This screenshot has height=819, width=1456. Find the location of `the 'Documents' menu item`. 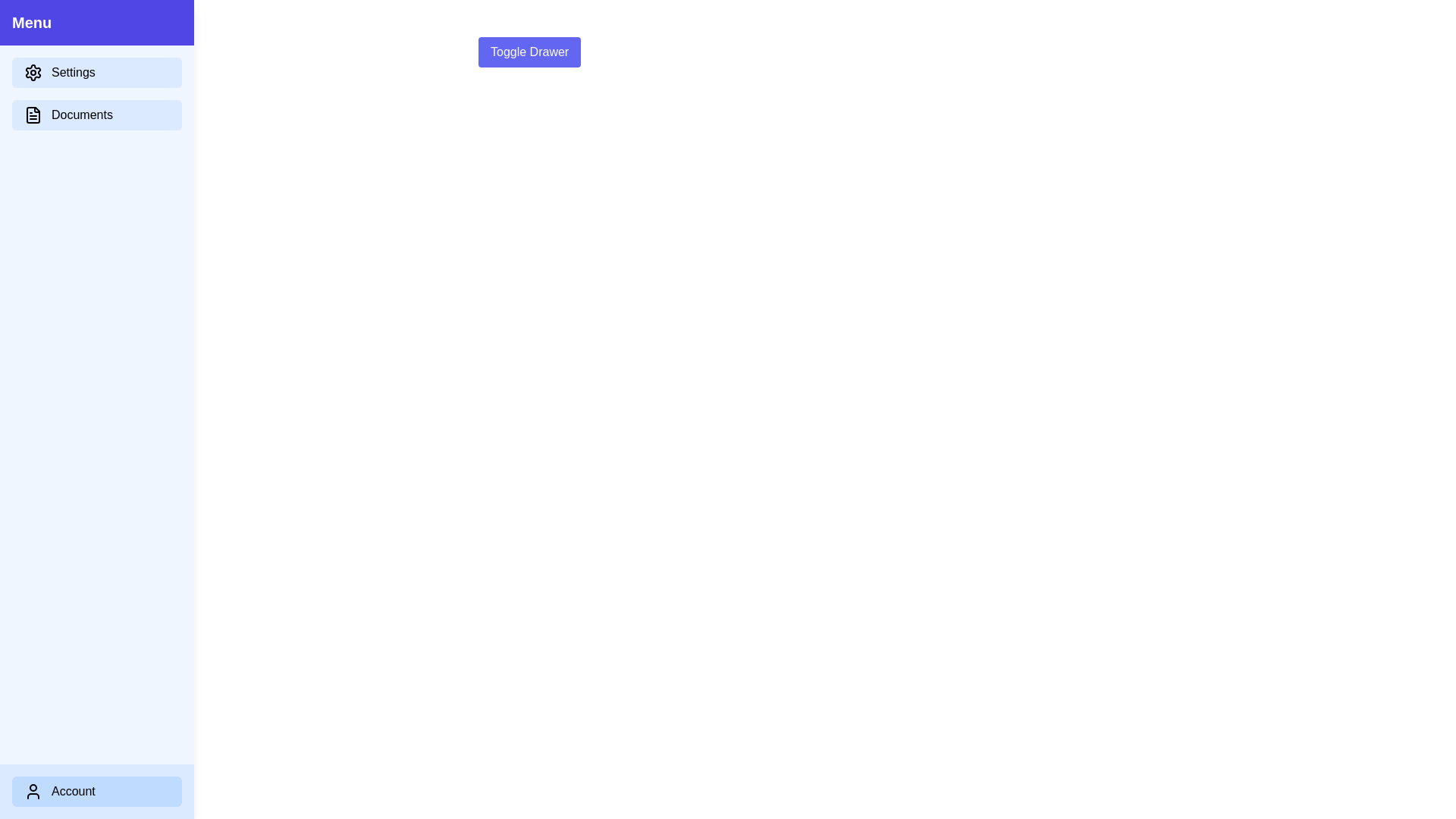

the 'Documents' menu item is located at coordinates (96, 114).